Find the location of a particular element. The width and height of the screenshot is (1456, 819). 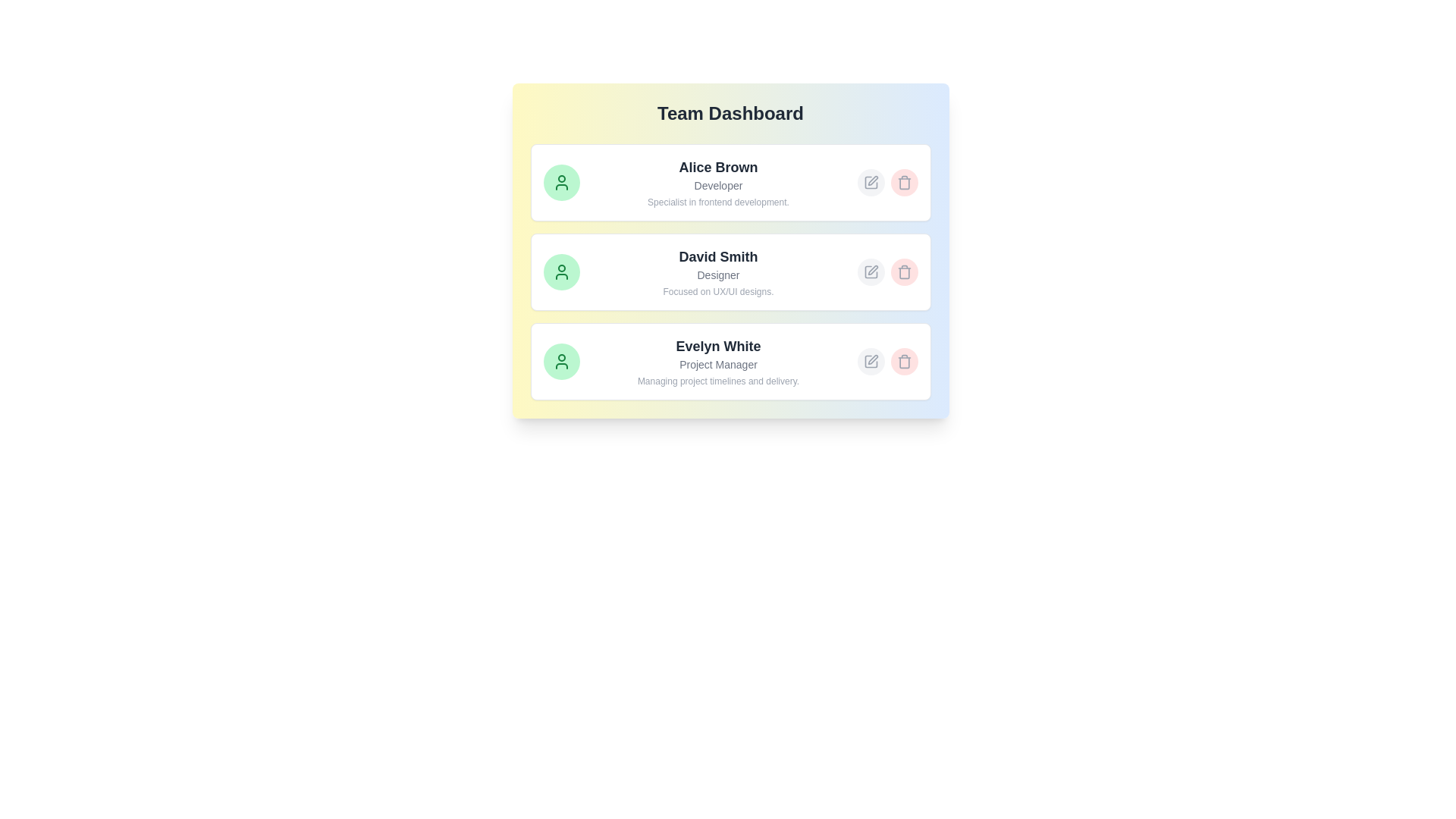

the text component displaying 'Focused on UX/UI designs.' styled in a small gray font, which is positioned below the 'Designer' label in the card about 'David Smith.' is located at coordinates (717, 292).